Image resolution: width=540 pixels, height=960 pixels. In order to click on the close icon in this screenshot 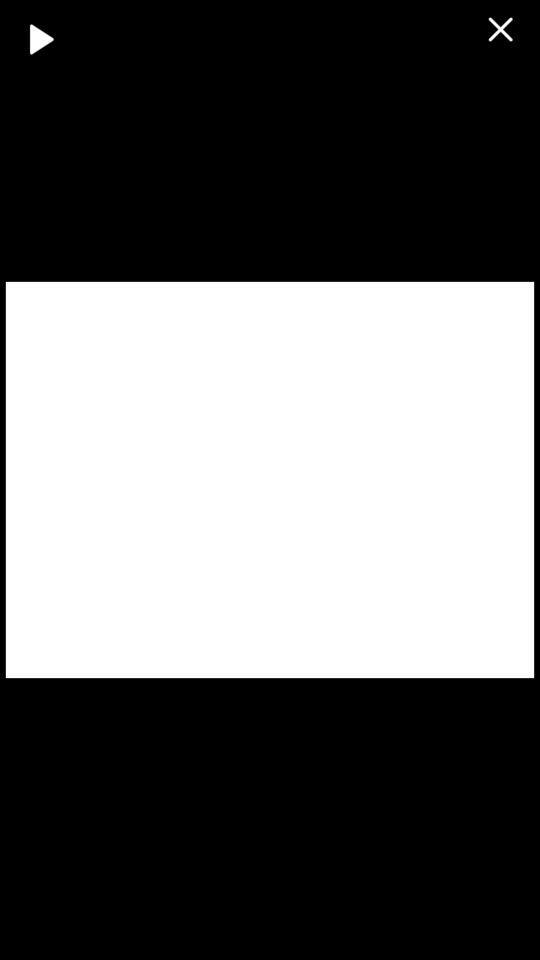, I will do `click(499, 28)`.